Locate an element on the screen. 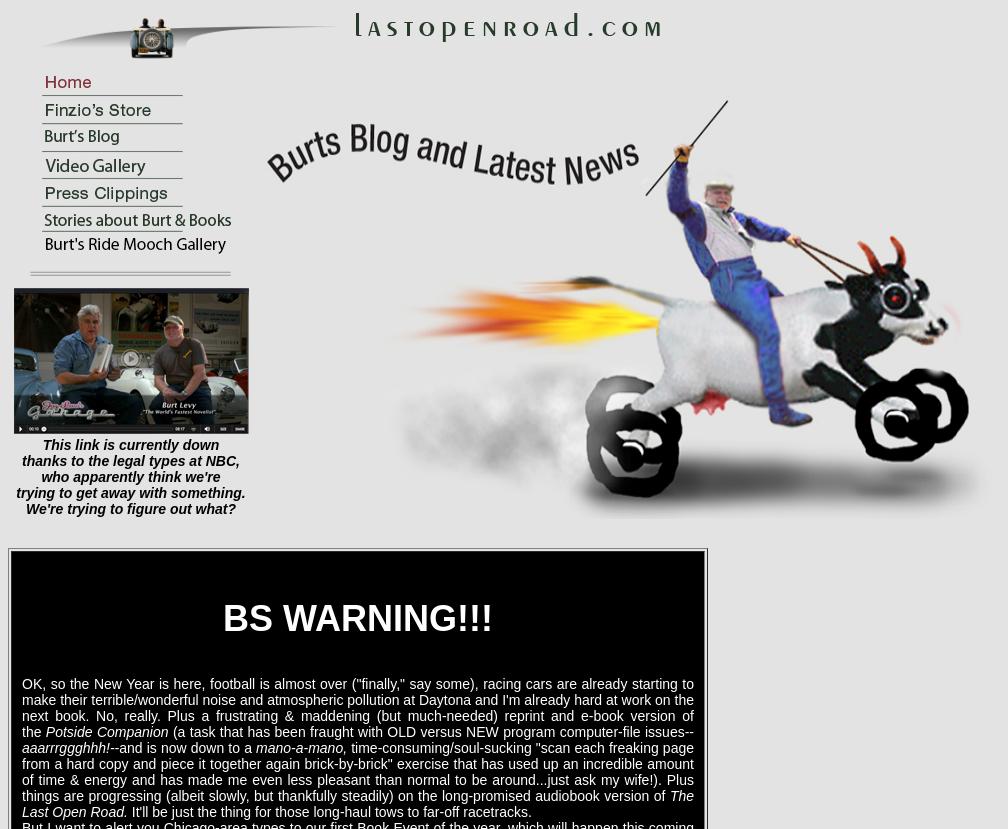  'aaarrrggghhh!--' is located at coordinates (70, 747).